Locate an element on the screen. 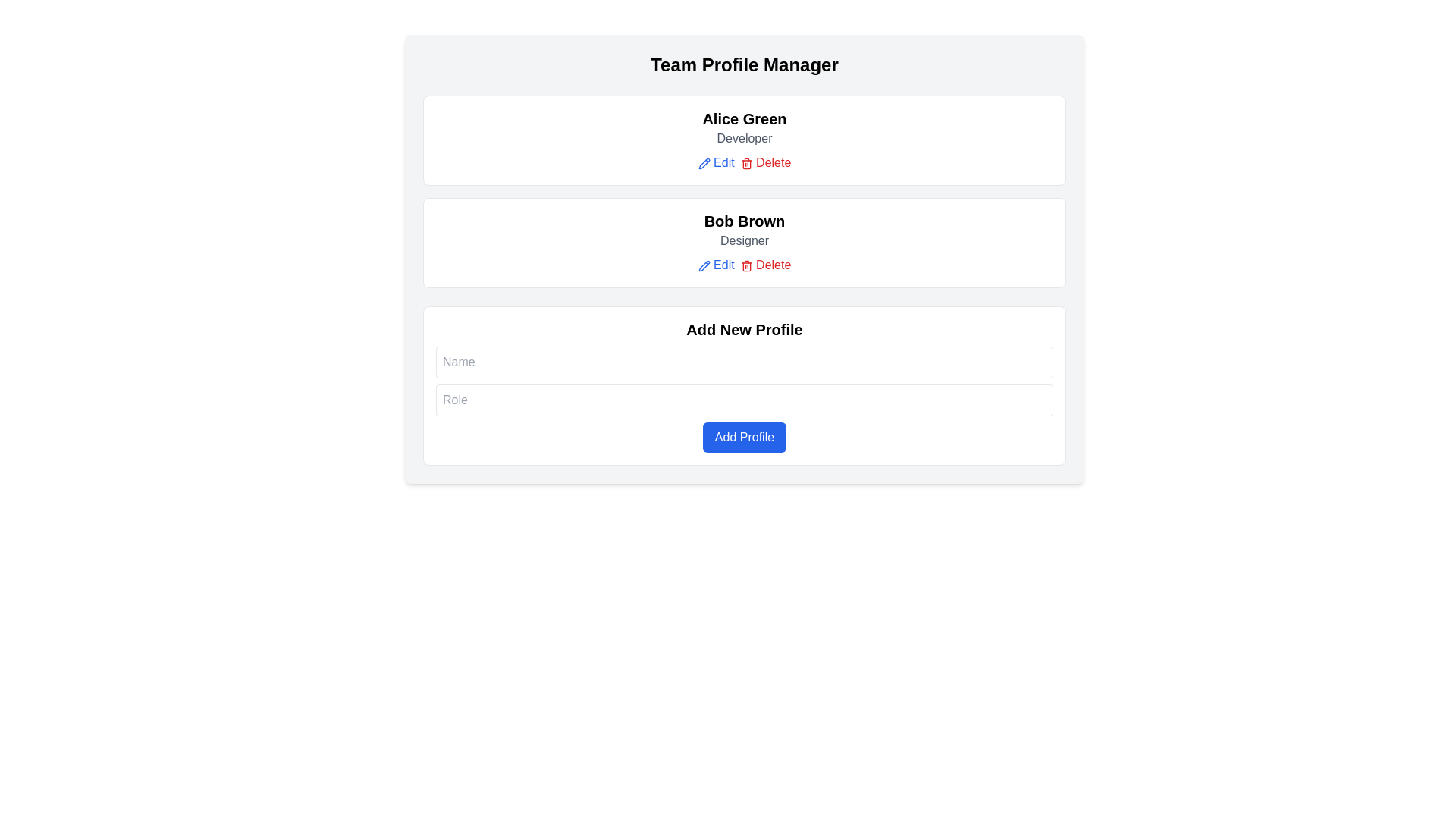 The height and width of the screenshot is (819, 1456). the pencil icon used for editing the profile entry next to 'Bob Brown' is located at coordinates (703, 163).